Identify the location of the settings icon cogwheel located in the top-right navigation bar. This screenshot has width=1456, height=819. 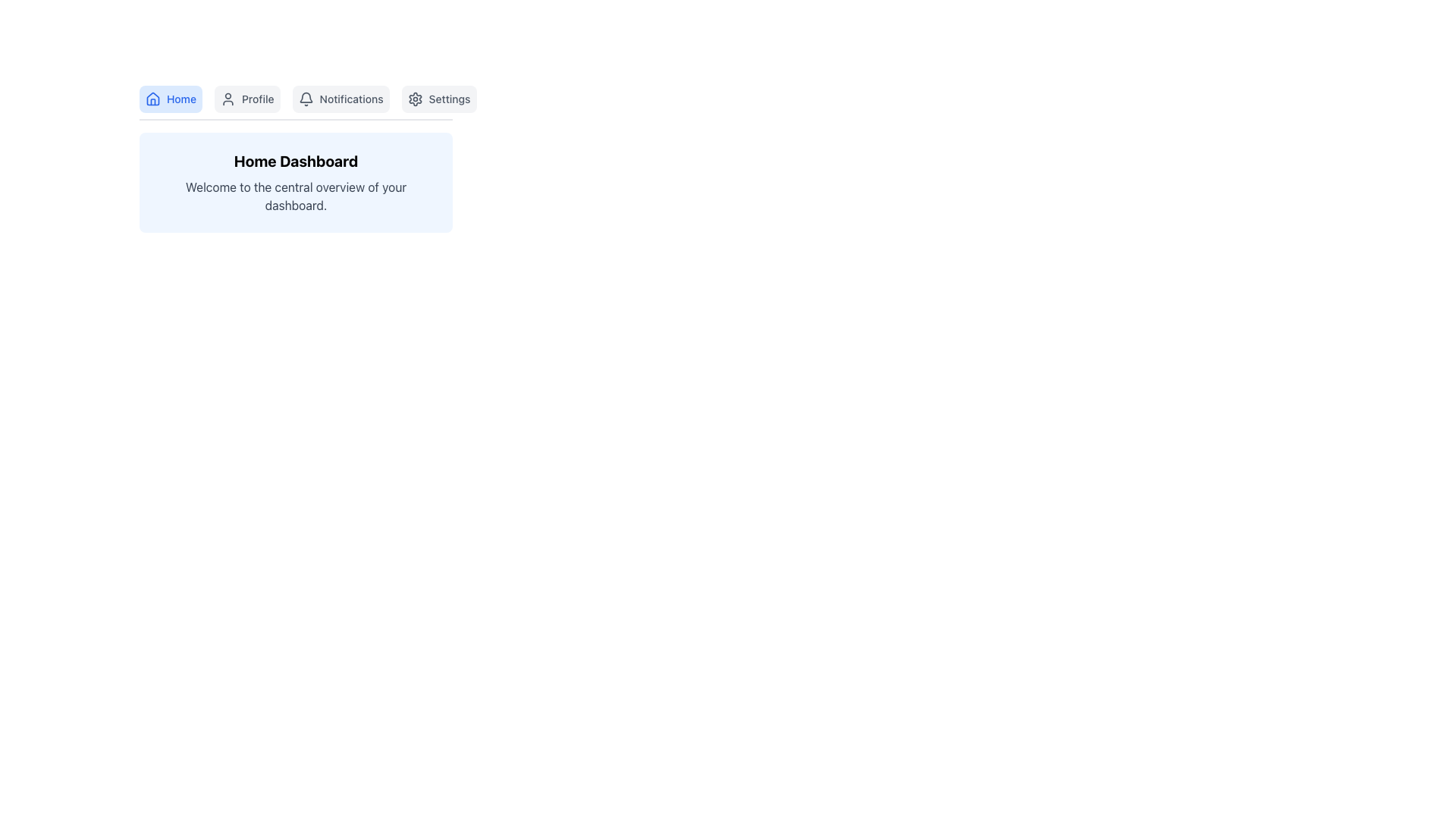
(415, 99).